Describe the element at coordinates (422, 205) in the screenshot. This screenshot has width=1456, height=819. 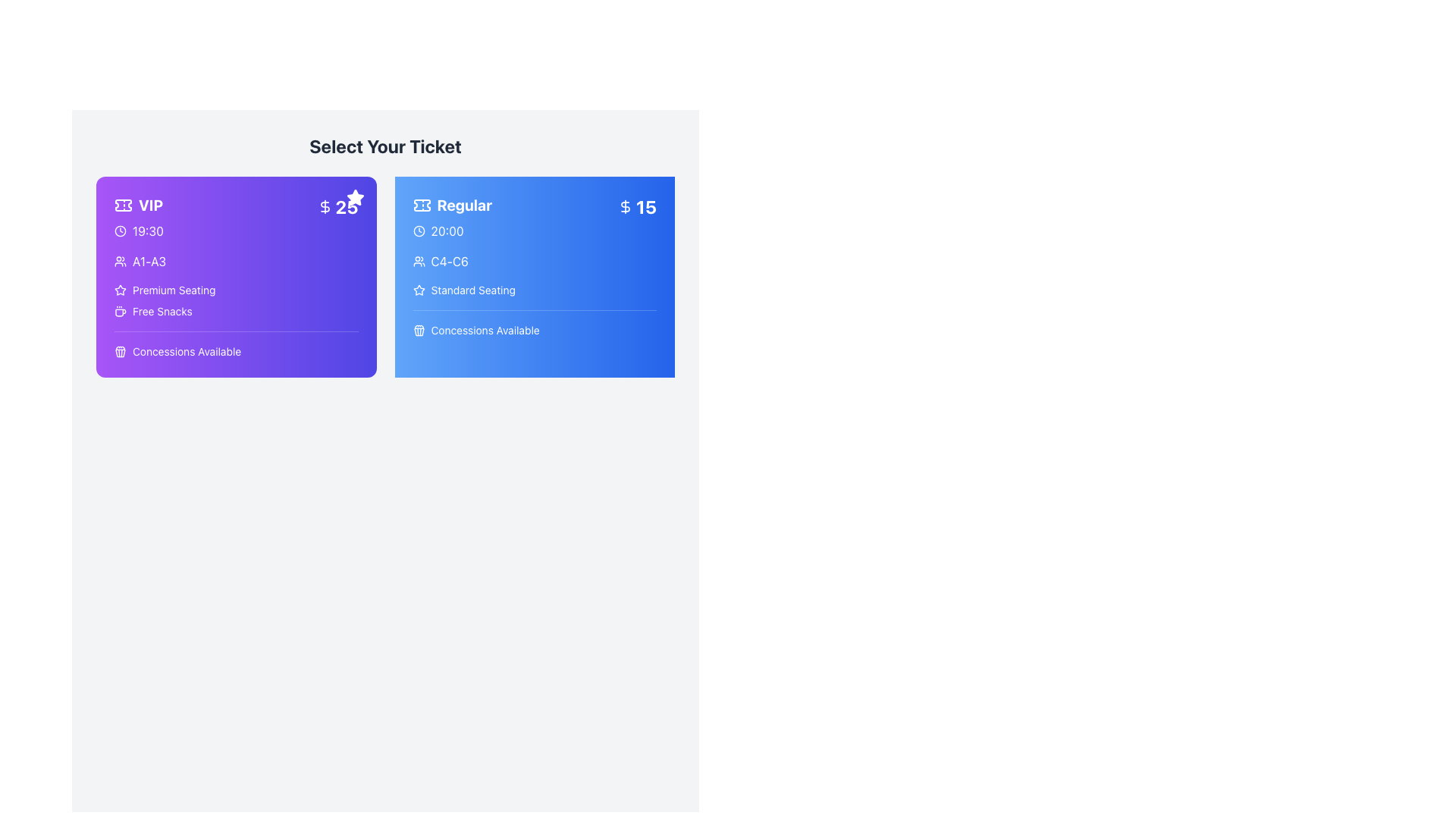
I see `the decorative icon located to the left of the text 'Regular' in the blue ticket option card` at that location.